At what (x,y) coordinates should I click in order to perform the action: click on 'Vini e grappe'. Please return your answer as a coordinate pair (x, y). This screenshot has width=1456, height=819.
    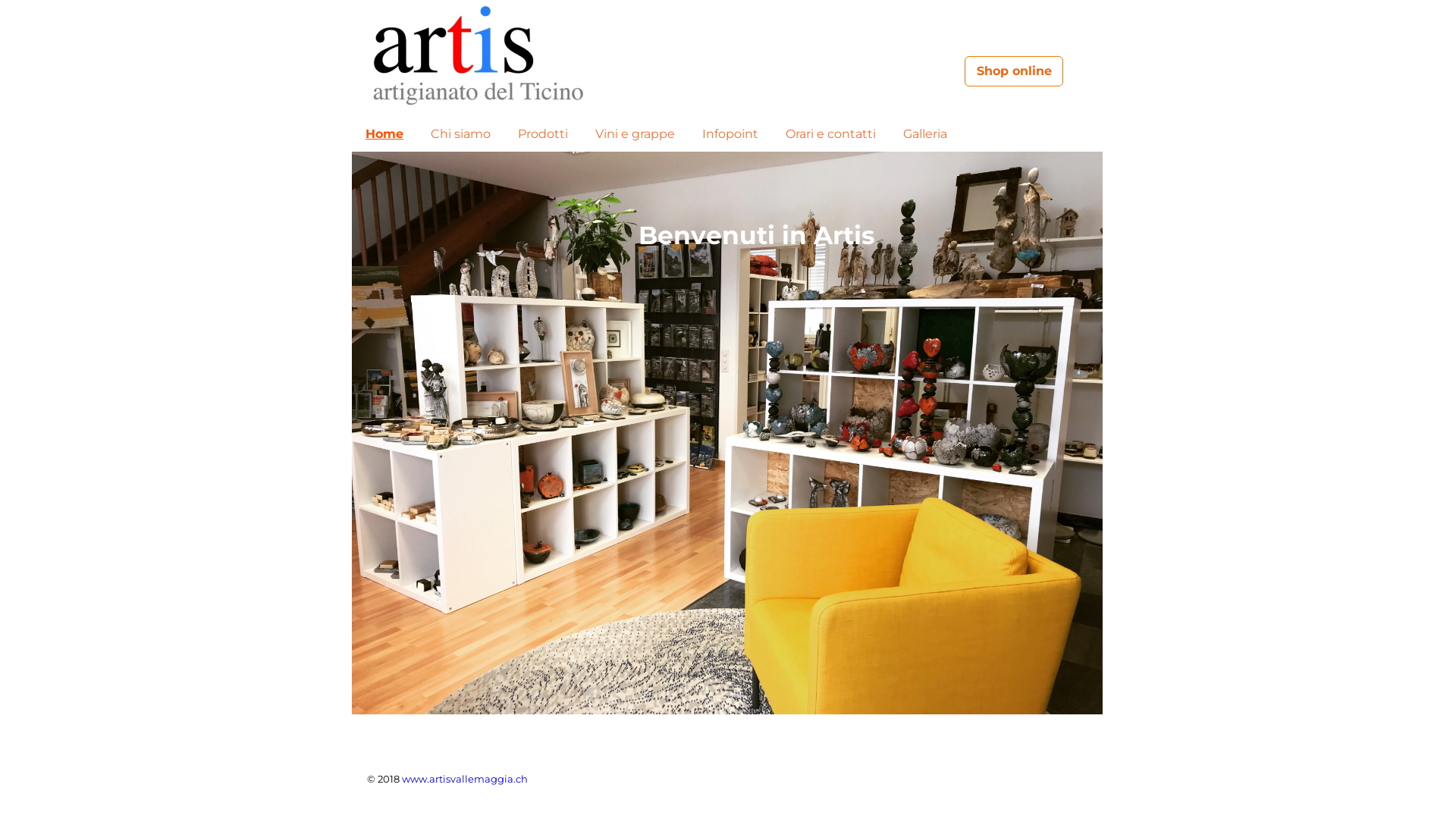
    Looking at the image, I should click on (635, 133).